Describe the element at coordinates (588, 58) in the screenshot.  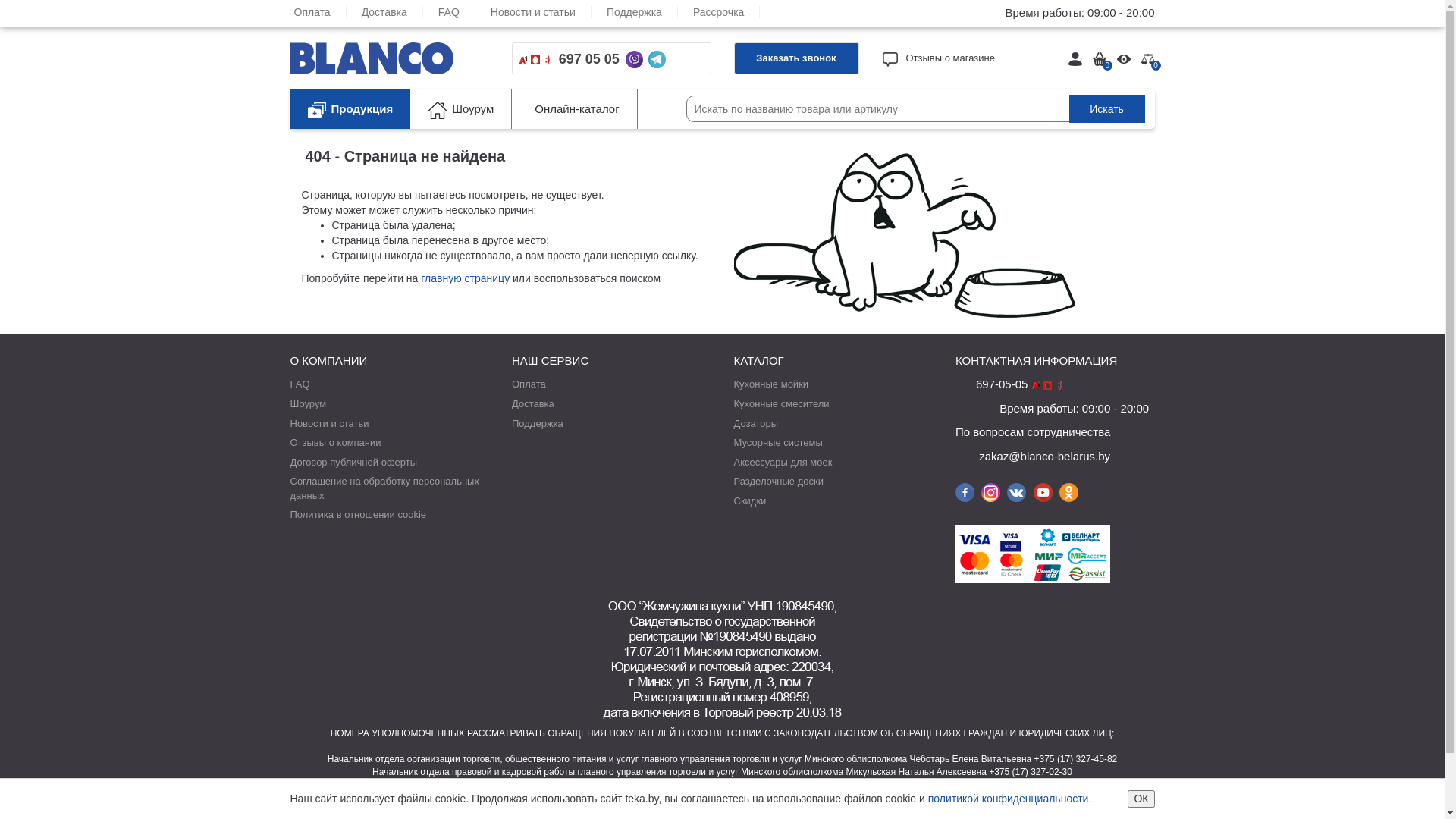
I see `'697 05 05'` at that location.